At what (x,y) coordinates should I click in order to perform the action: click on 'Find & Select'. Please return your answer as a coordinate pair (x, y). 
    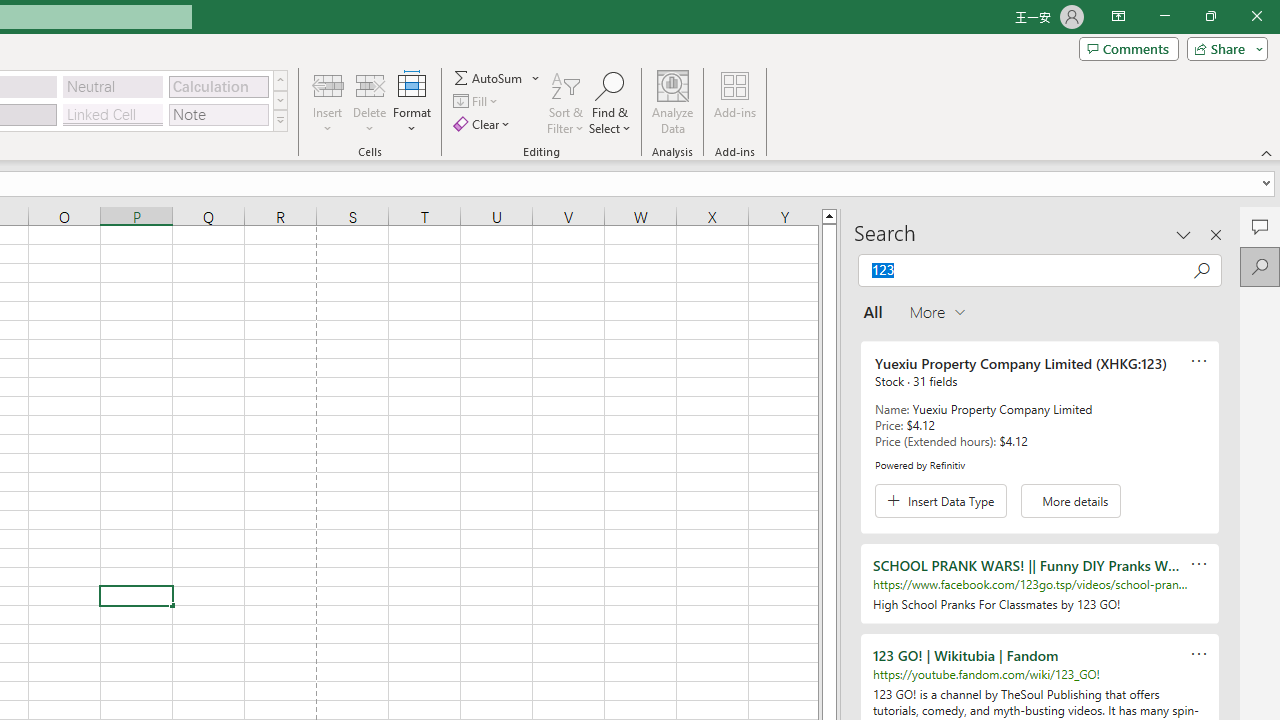
    Looking at the image, I should click on (609, 103).